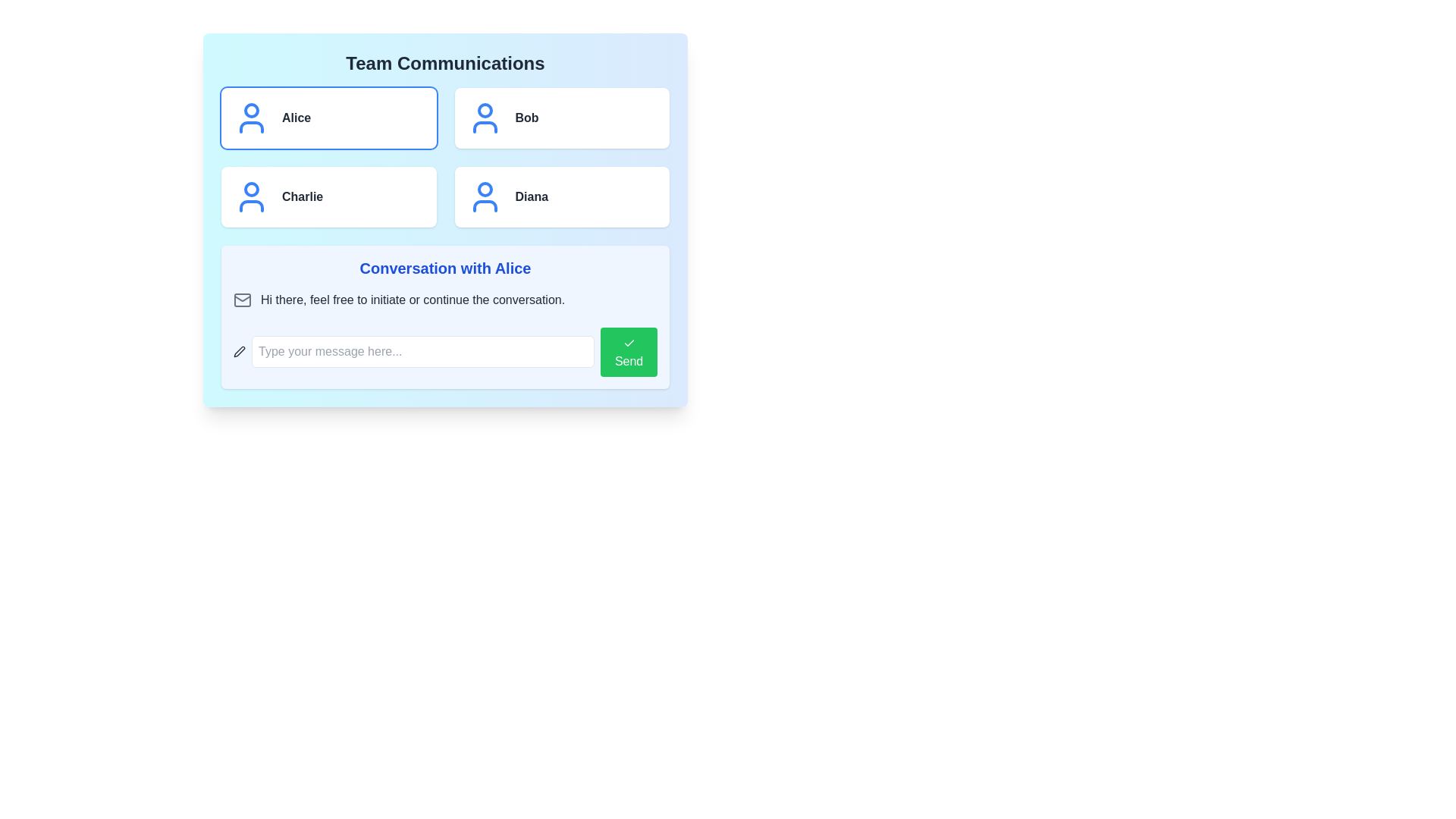 The height and width of the screenshot is (819, 1456). Describe the element at coordinates (561, 196) in the screenshot. I see `the profile card button for 'Diana', located in the bottom-right quadrant of the grid under 'Team Communications'` at that location.